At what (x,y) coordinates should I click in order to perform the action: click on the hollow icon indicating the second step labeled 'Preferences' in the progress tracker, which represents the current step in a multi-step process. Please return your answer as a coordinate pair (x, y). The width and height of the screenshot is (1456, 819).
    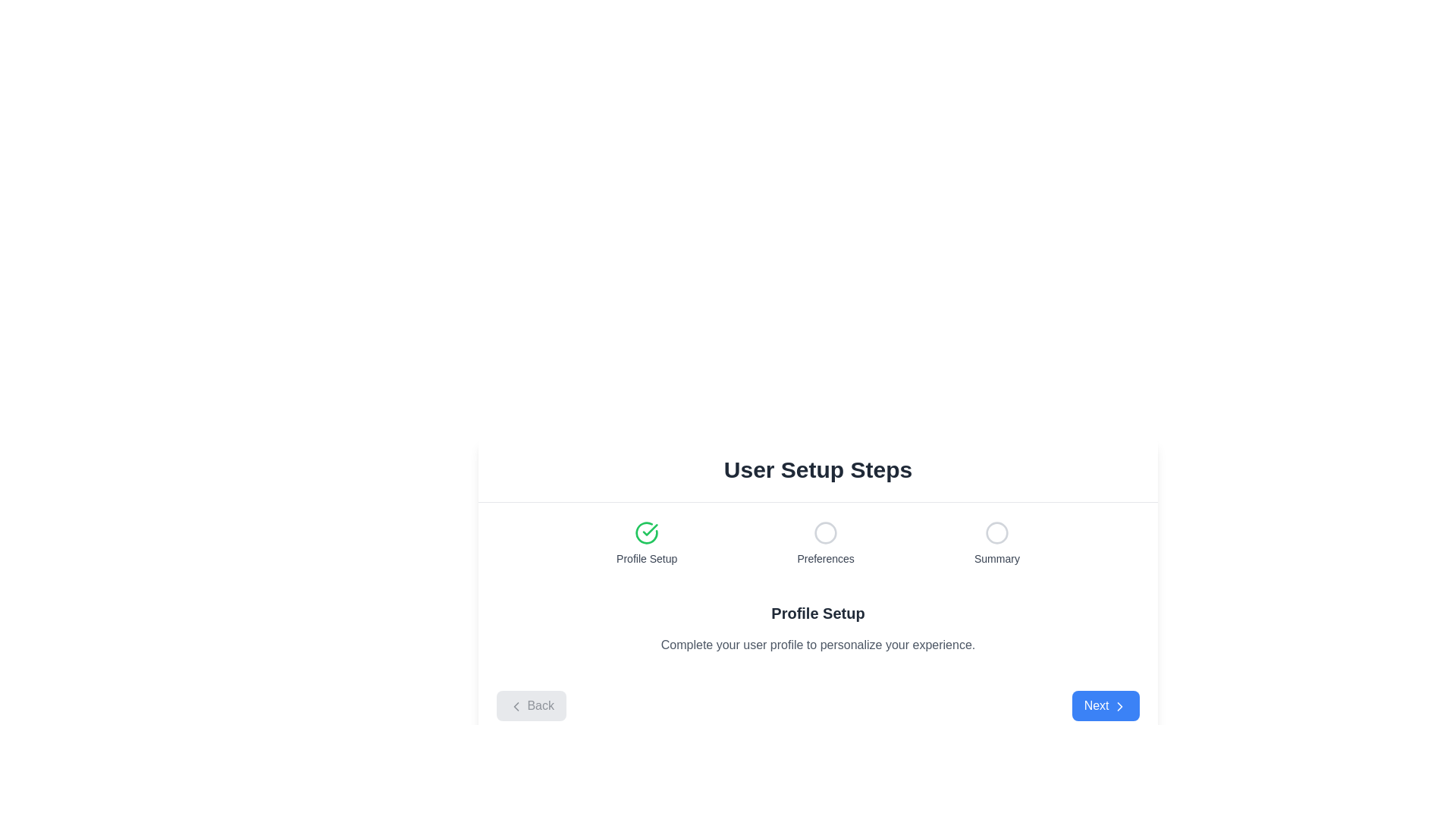
    Looking at the image, I should click on (825, 532).